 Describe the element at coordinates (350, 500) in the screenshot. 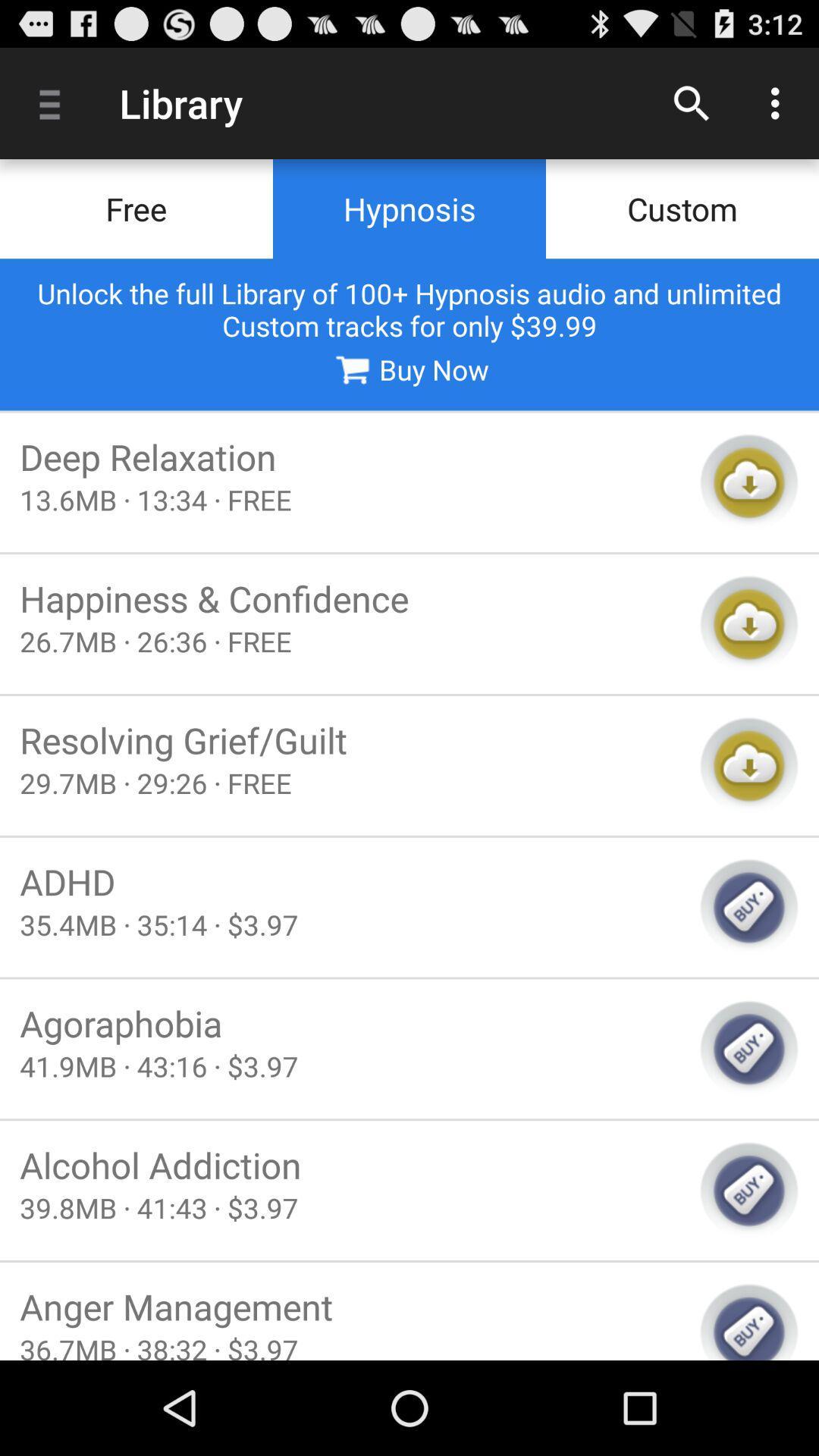

I see `item above the happiness & confidence item` at that location.